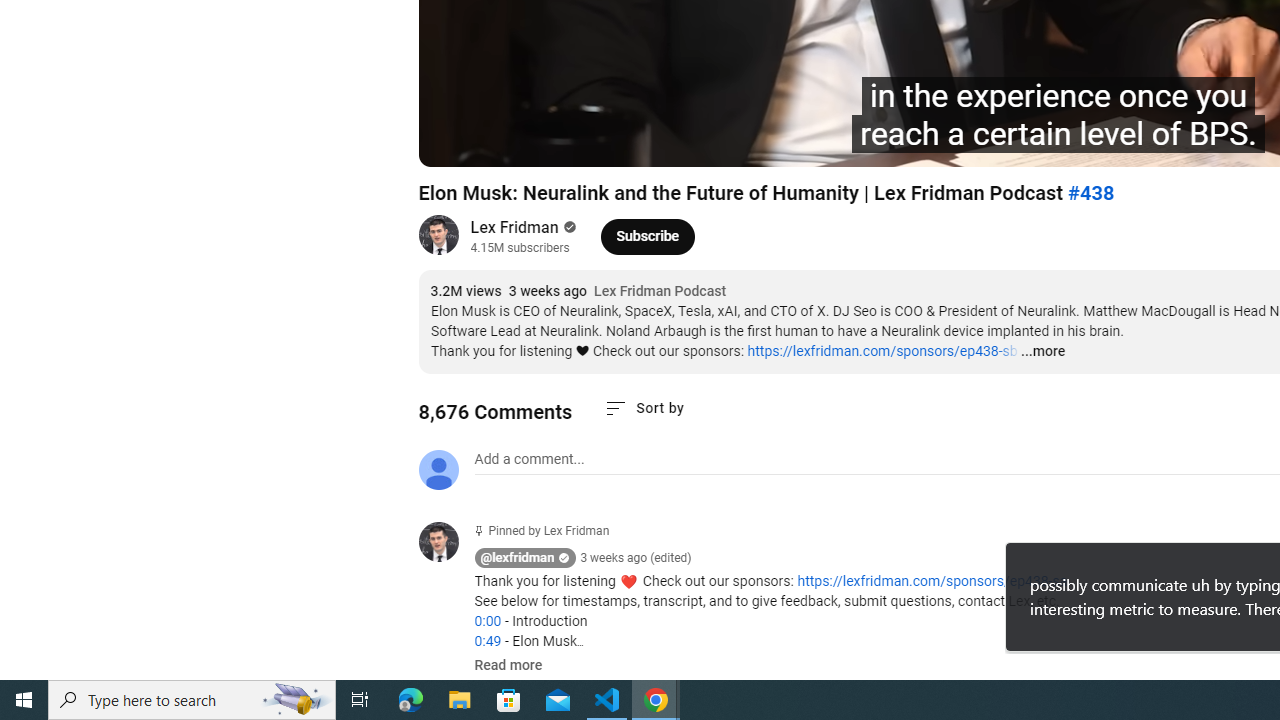 This screenshot has height=720, width=1280. I want to click on 'Read more', so click(508, 666).